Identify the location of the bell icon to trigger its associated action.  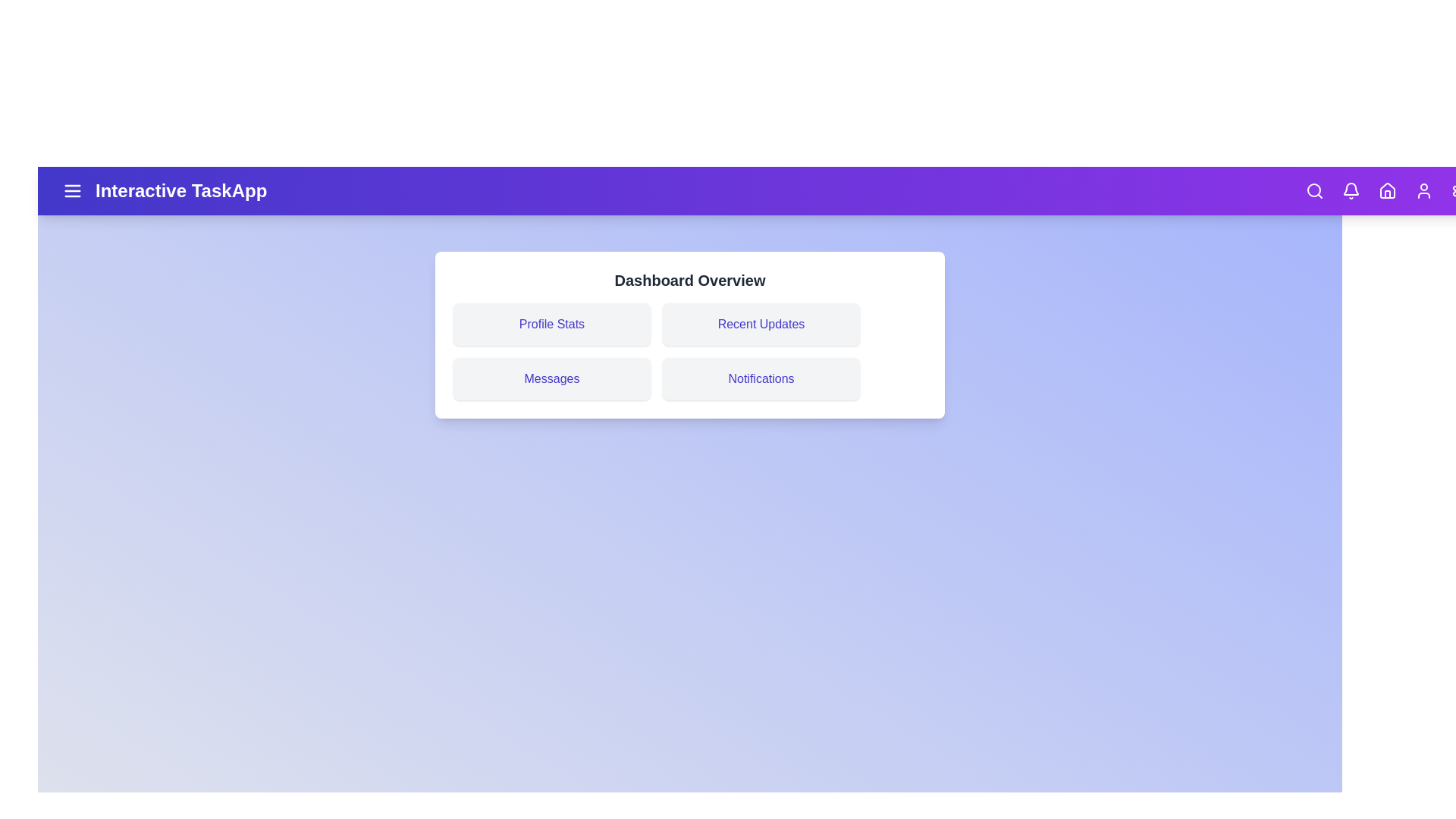
(1351, 190).